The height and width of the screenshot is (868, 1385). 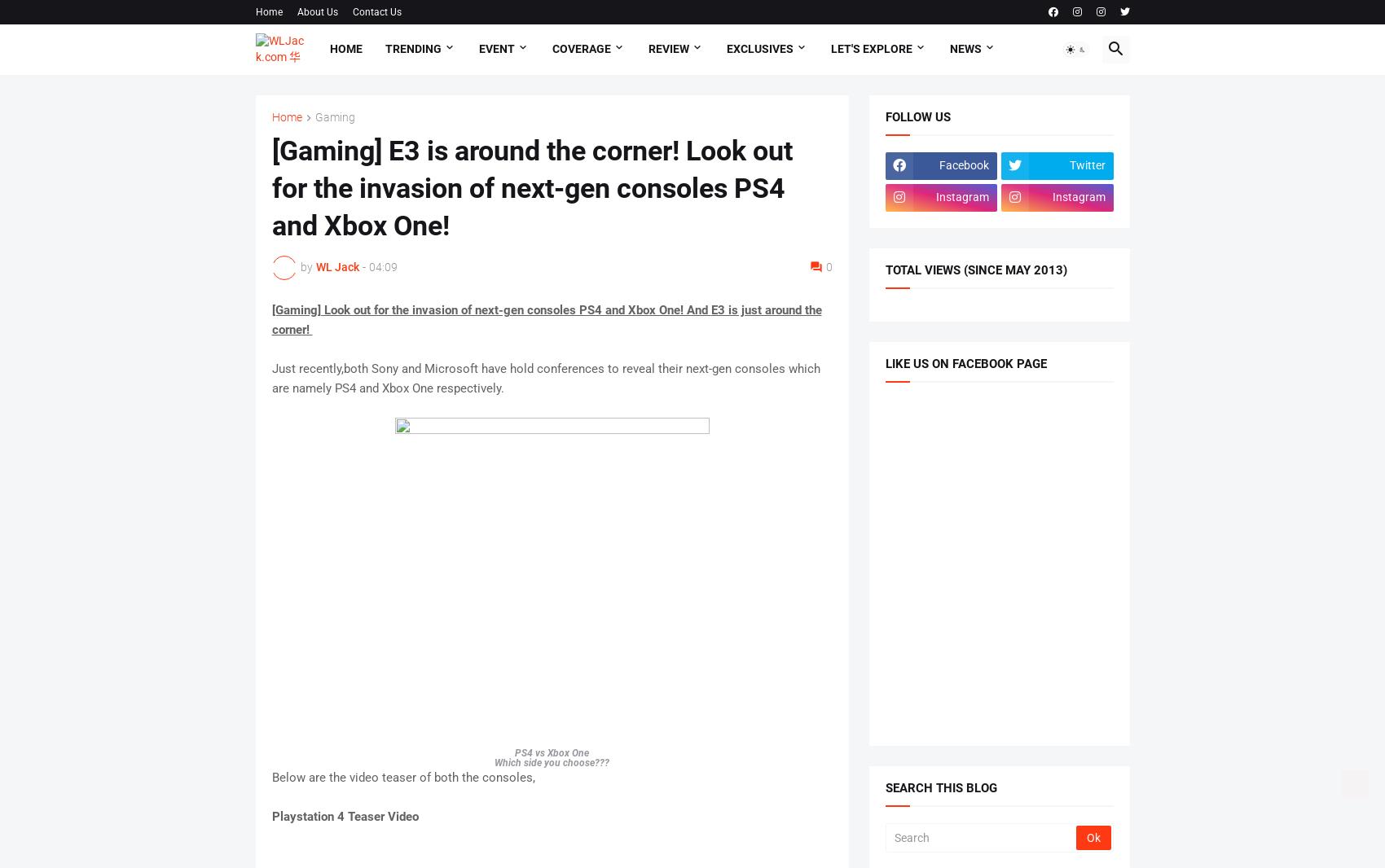 I want to click on 'Which side you choose???', so click(x=552, y=761).